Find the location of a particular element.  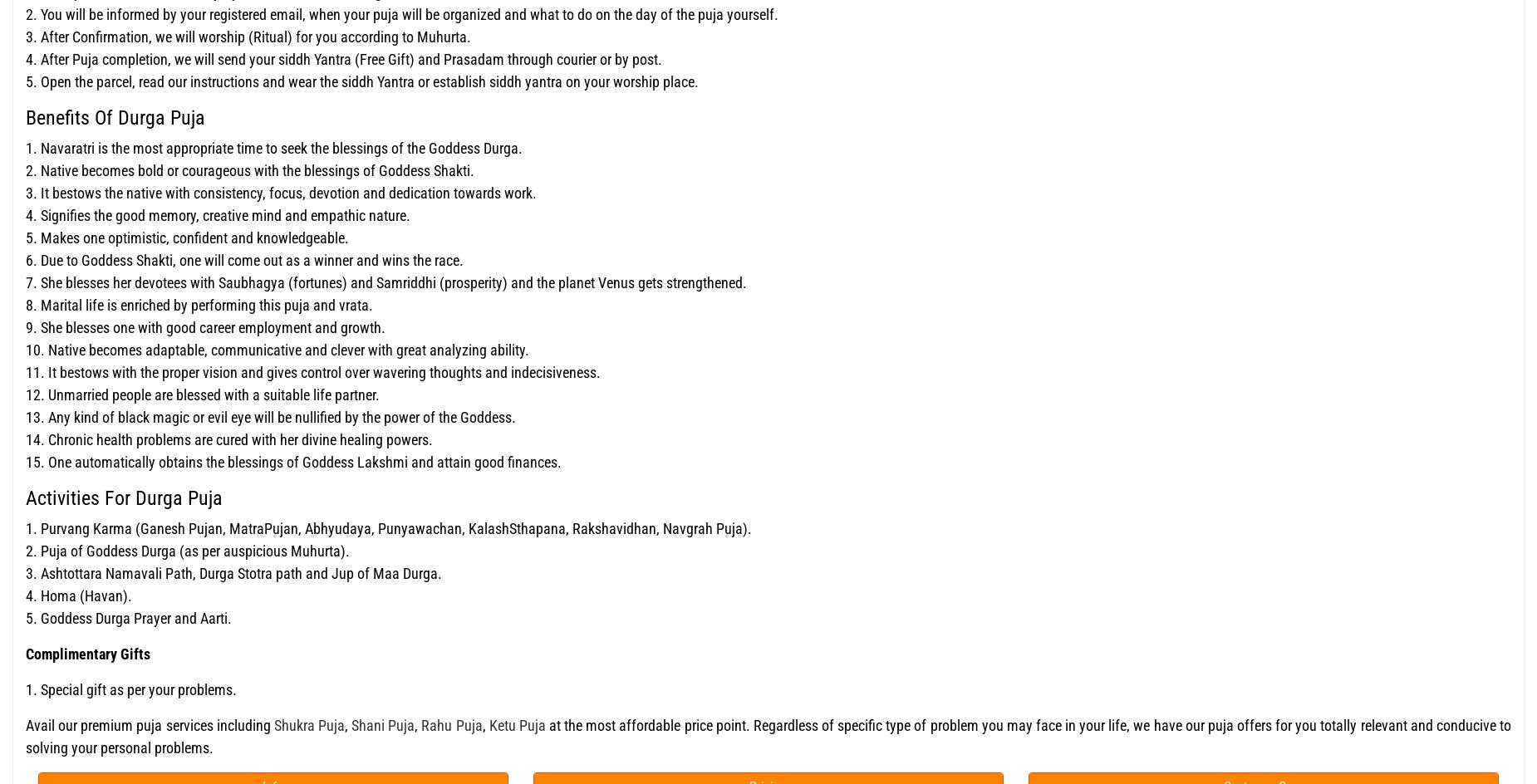

'5. Makes one optimistic, confident and knowledgeable.' is located at coordinates (186, 238).